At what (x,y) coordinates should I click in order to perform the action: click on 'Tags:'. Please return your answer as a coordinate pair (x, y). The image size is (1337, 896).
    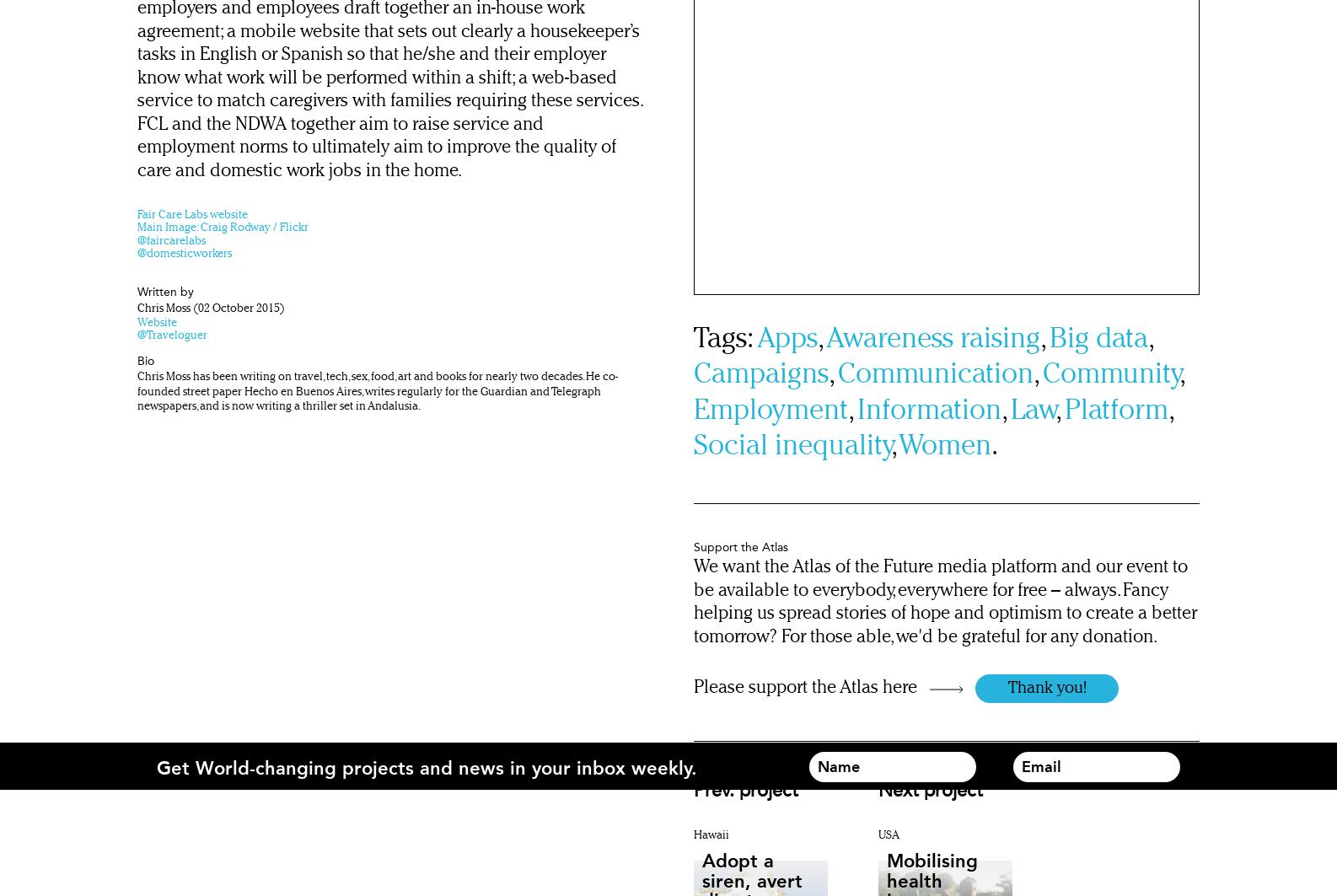
    Looking at the image, I should click on (725, 339).